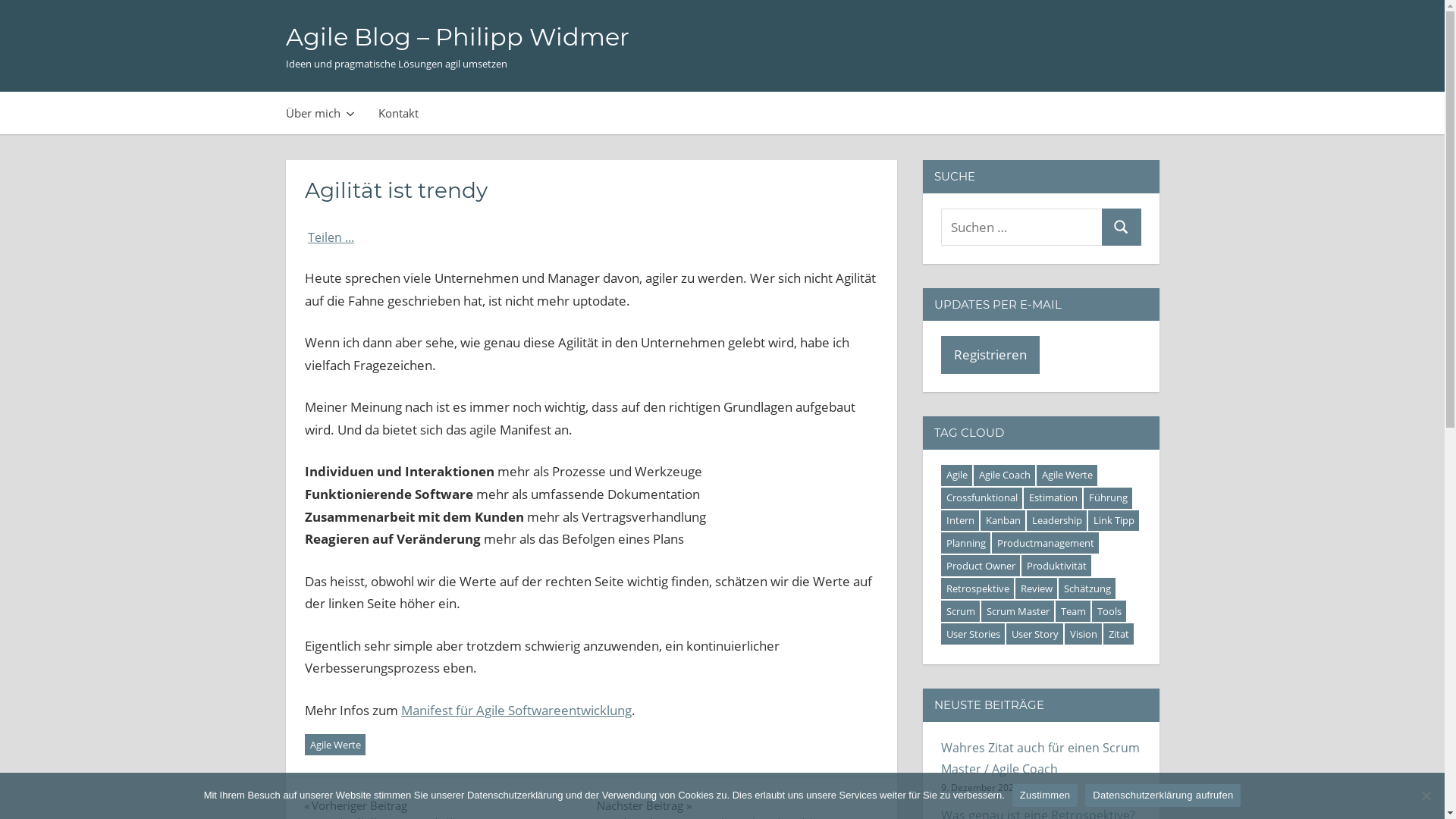 This screenshot has height=819, width=1456. I want to click on 'Agile Werte', so click(1065, 475).